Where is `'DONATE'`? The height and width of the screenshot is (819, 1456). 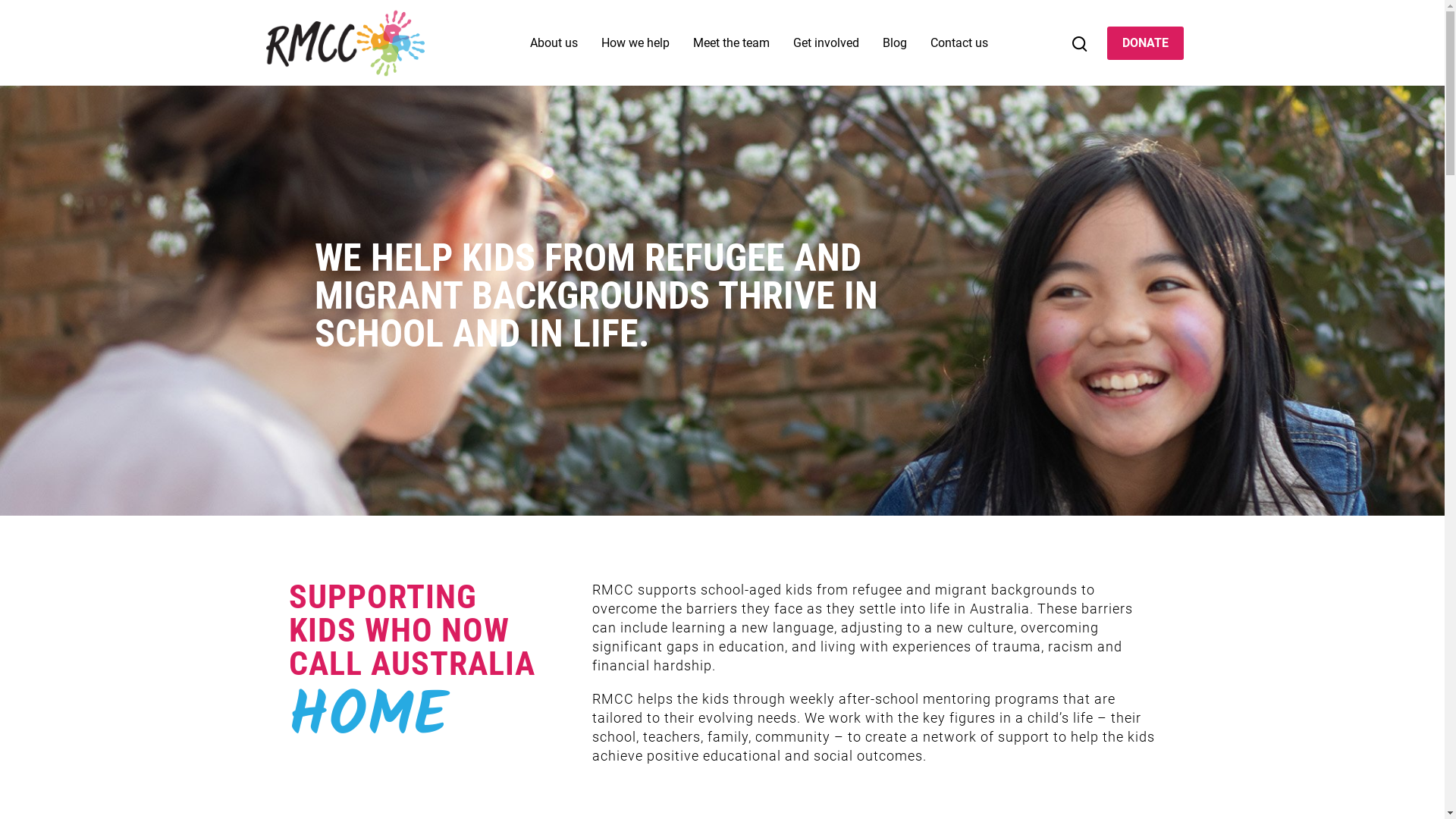 'DONATE' is located at coordinates (1145, 42).